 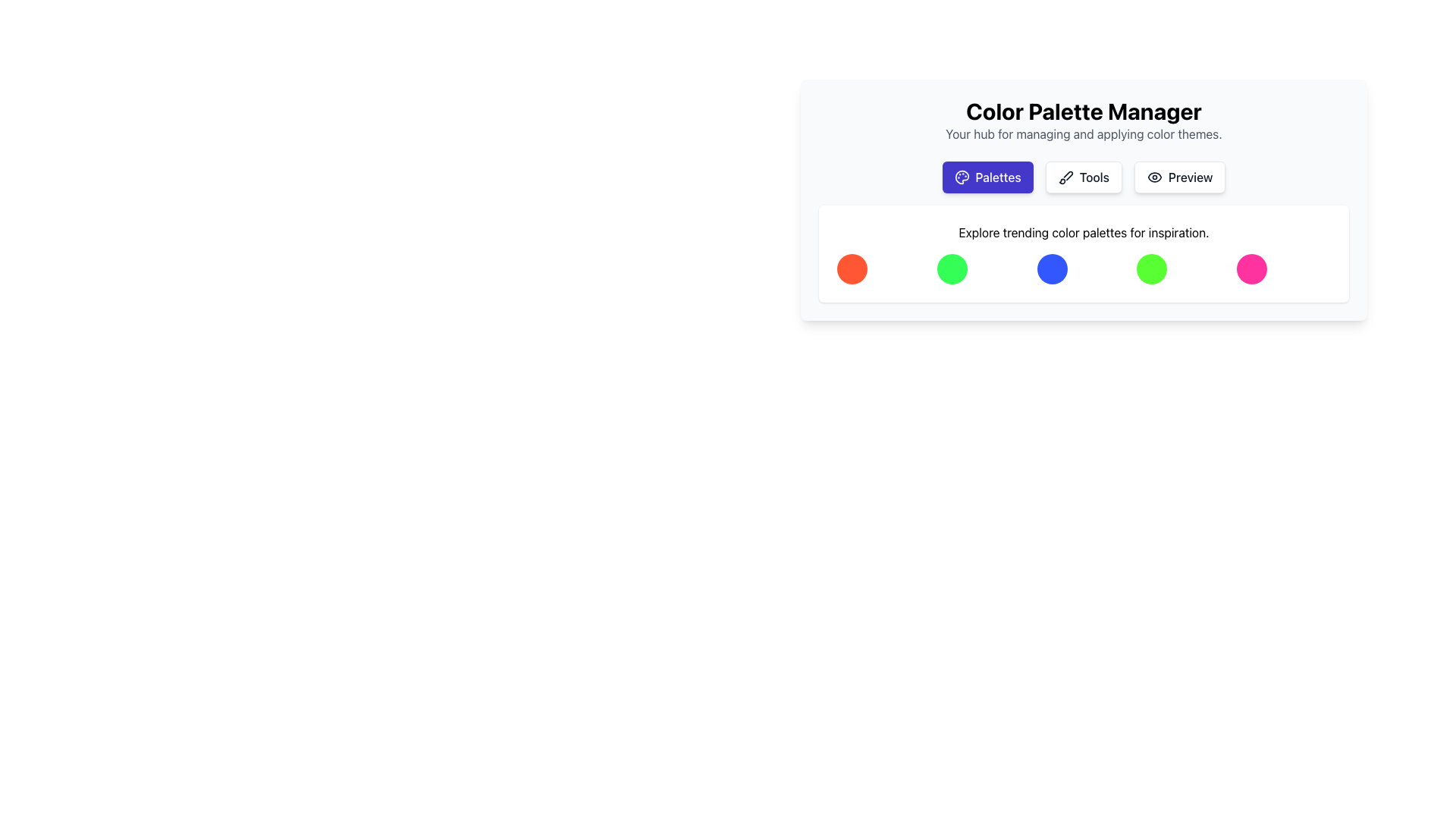 What do you see at coordinates (961, 177) in the screenshot?
I see `the leftmost icon of the 'Palettes' button, which visually reinforces its purpose related to managing color palettes` at bounding box center [961, 177].